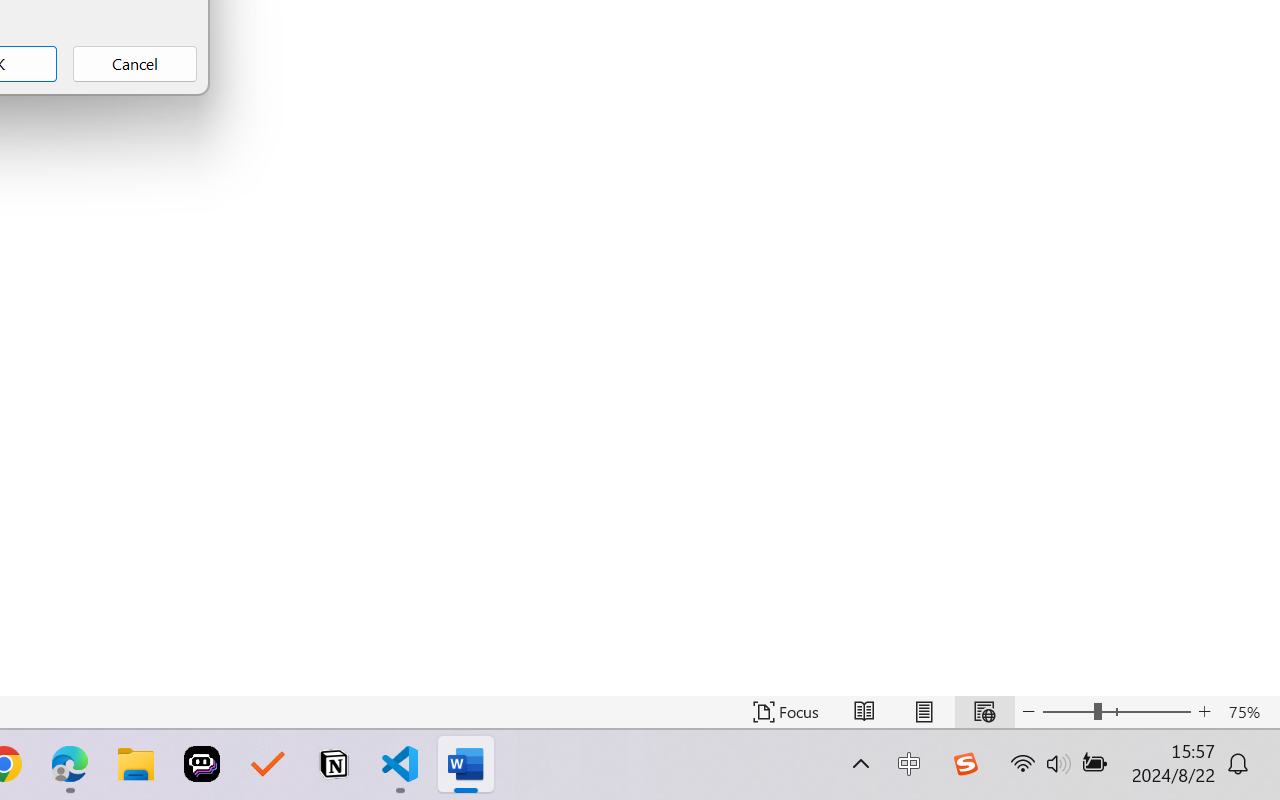  What do you see at coordinates (334, 764) in the screenshot?
I see `'Notion'` at bounding box center [334, 764].